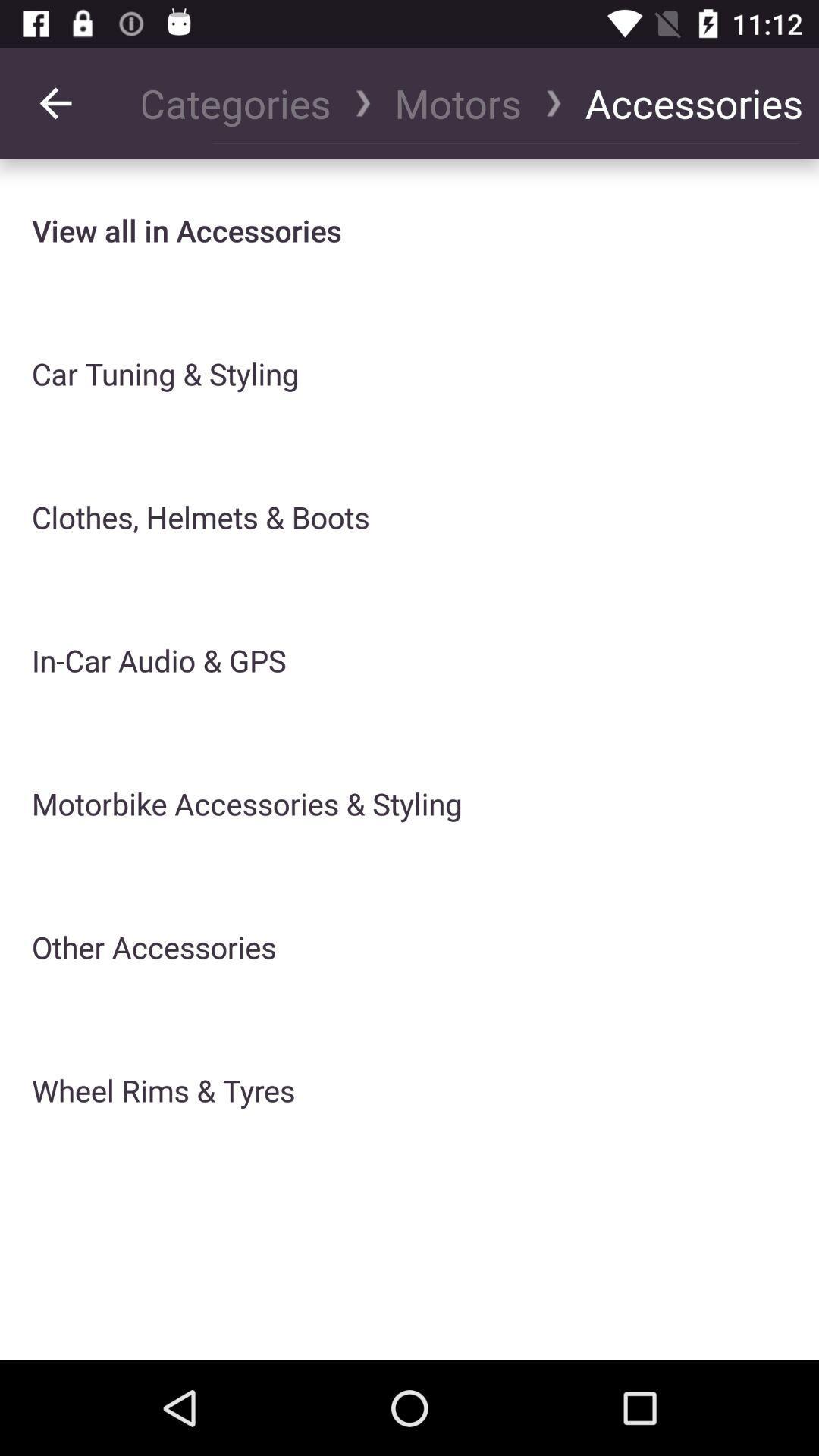 Image resolution: width=819 pixels, height=1456 pixels. I want to click on motorbike accessories & styling, so click(246, 803).